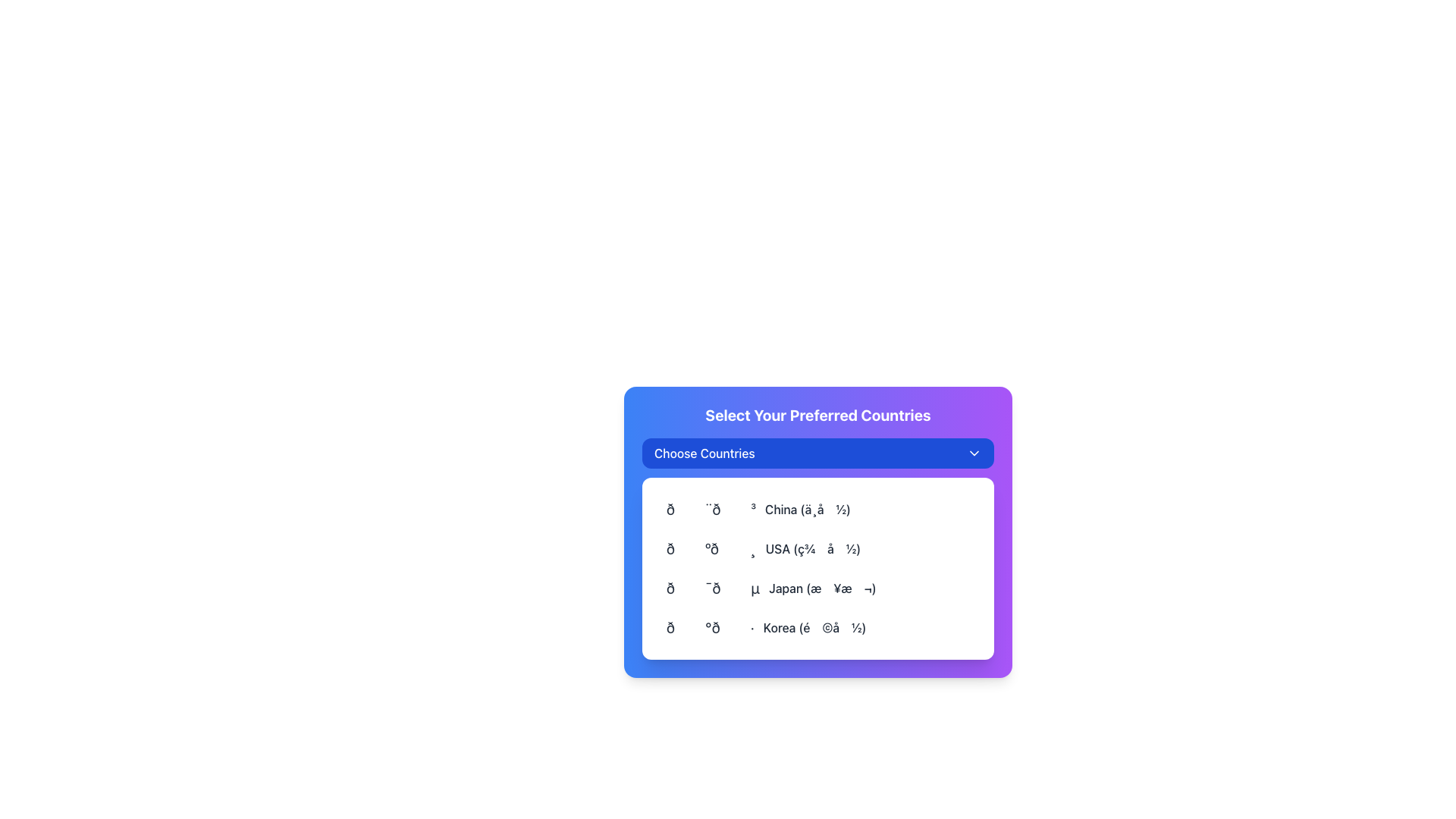  Describe the element at coordinates (758, 509) in the screenshot. I see `the first list item displaying the emoji flag and text 'China (中国)'` at that location.